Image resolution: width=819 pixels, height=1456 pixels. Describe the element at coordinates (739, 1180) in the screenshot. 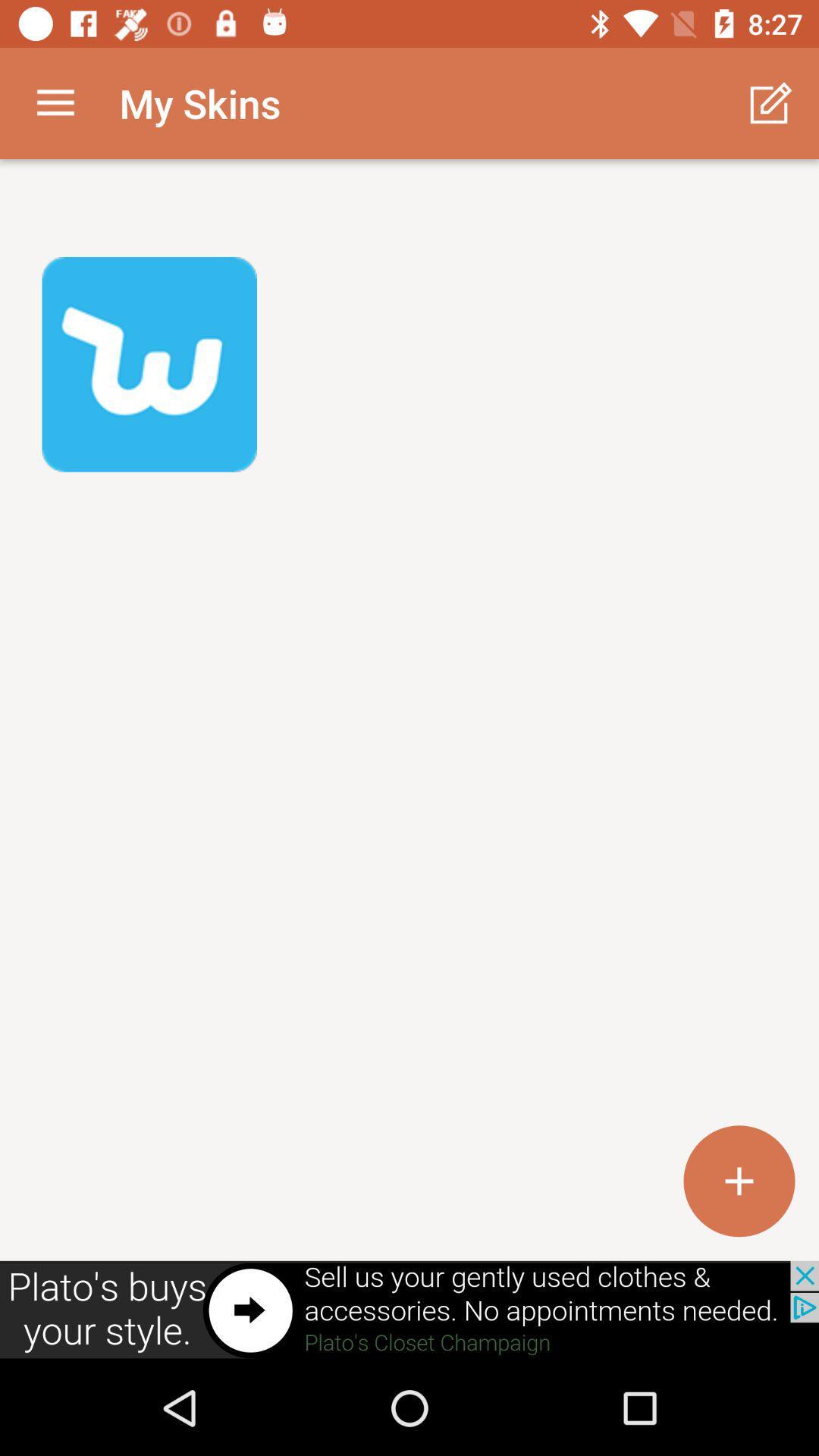

I see `the add icon` at that location.